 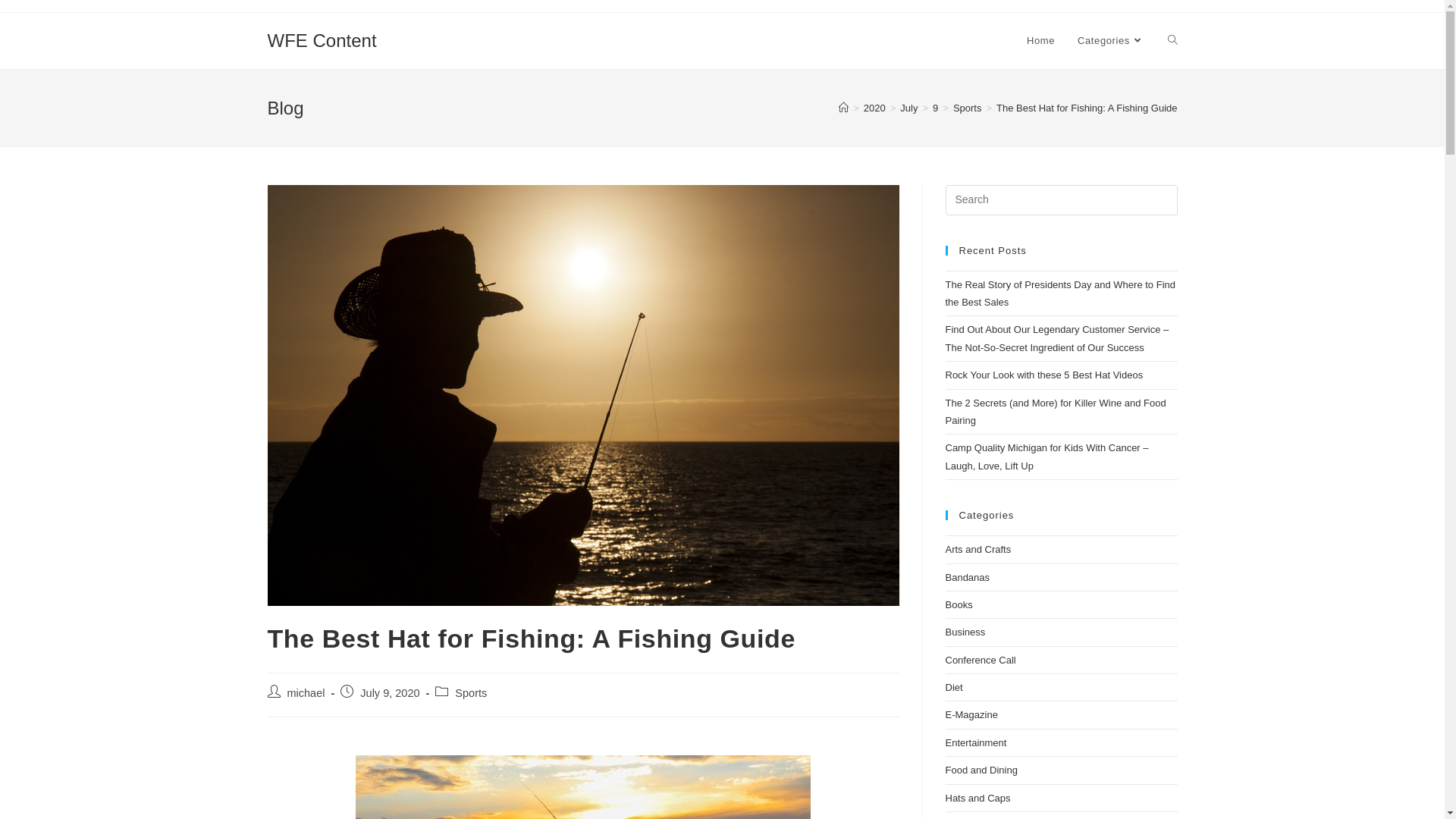 What do you see at coordinates (944, 577) in the screenshot?
I see `'Bandanas'` at bounding box center [944, 577].